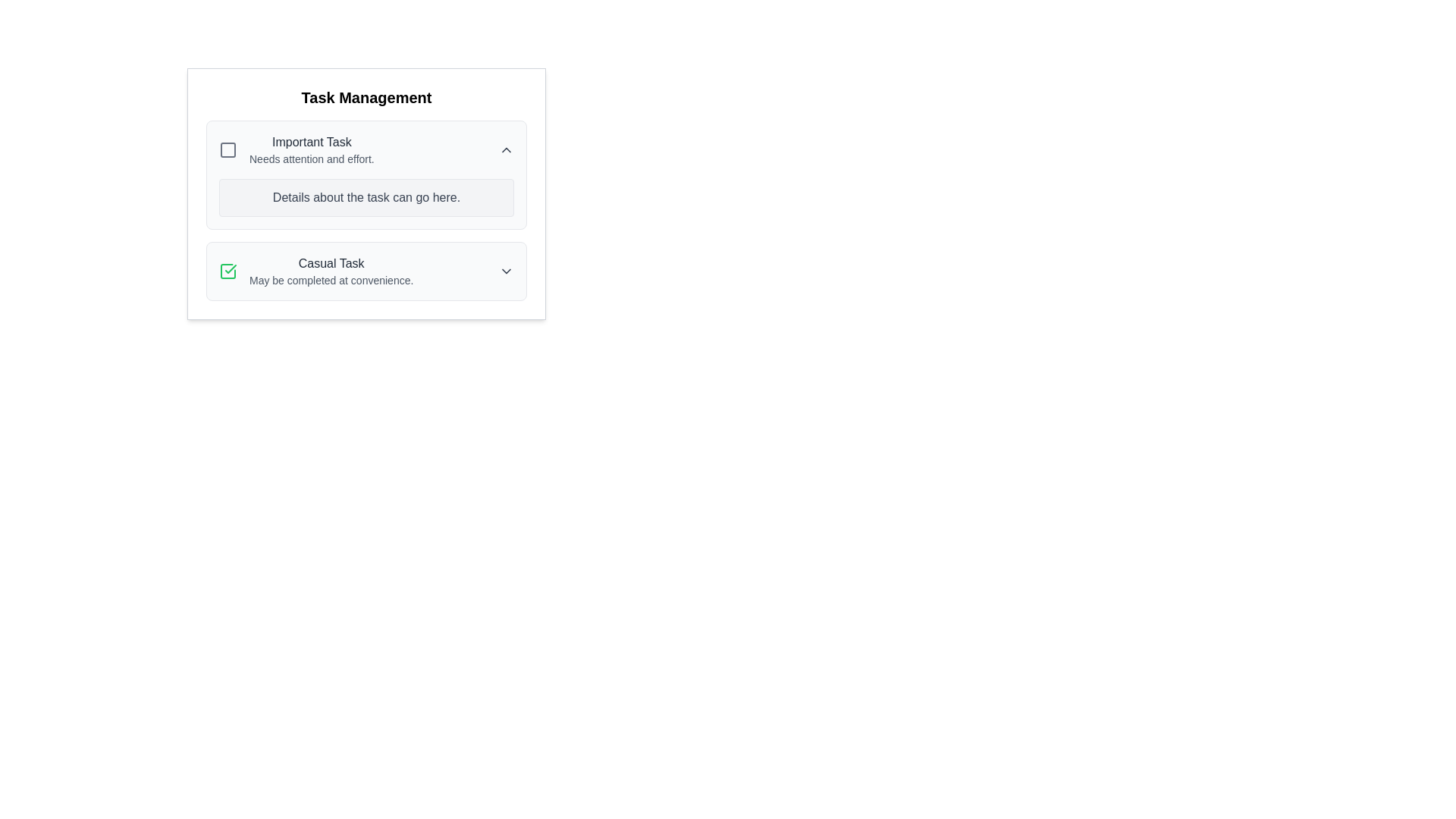 This screenshot has height=819, width=1456. What do you see at coordinates (311, 158) in the screenshot?
I see `the small-sized text label that says 'Needs attention and effort.', which is positioned directly below the bolded text 'Important Task'` at bounding box center [311, 158].